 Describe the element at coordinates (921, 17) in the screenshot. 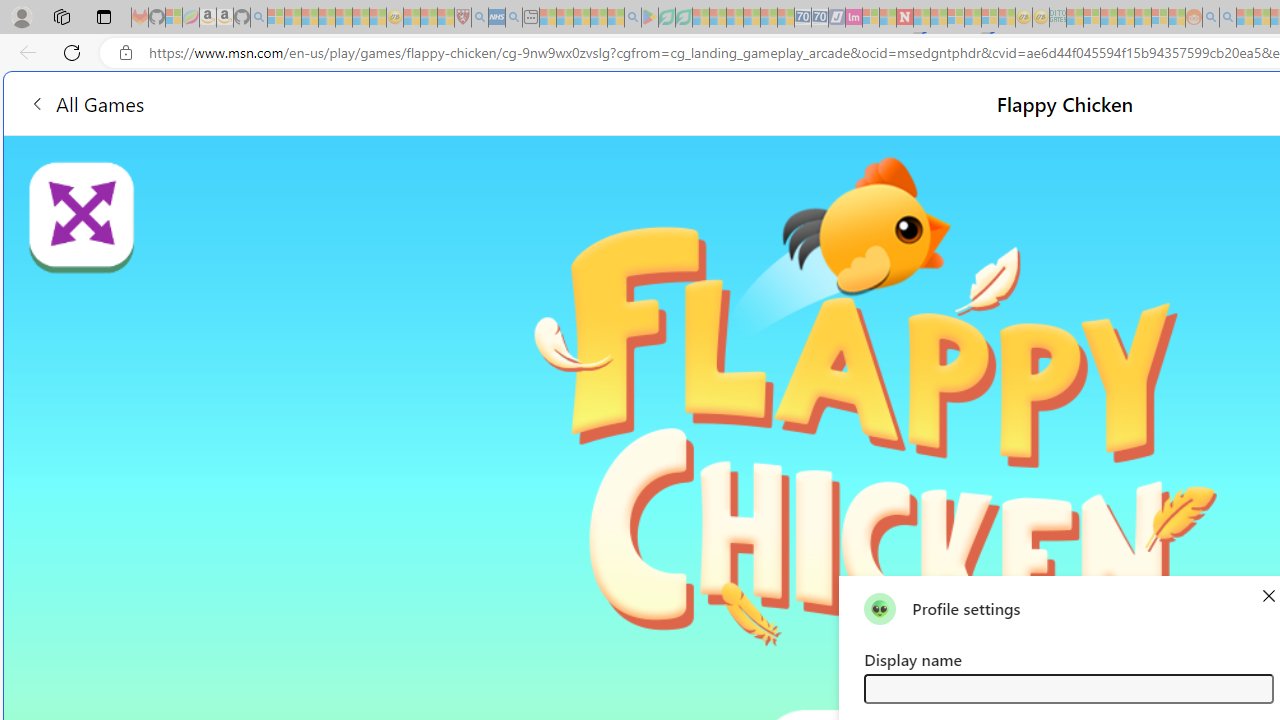

I see `'Trusted Community Engagement and Contributions | Guidelines'` at that location.